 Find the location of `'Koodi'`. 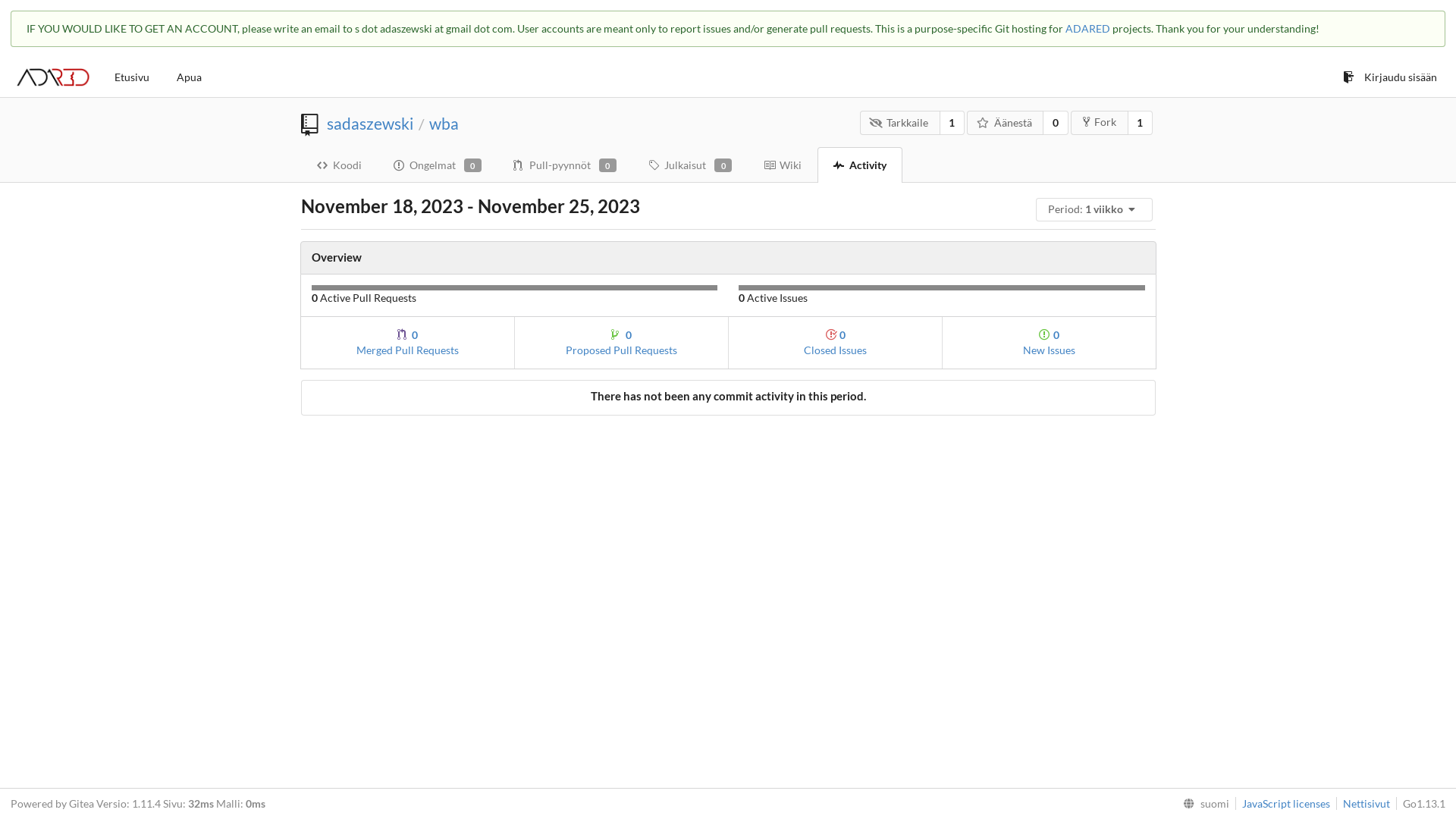

'Koodi' is located at coordinates (337, 164).